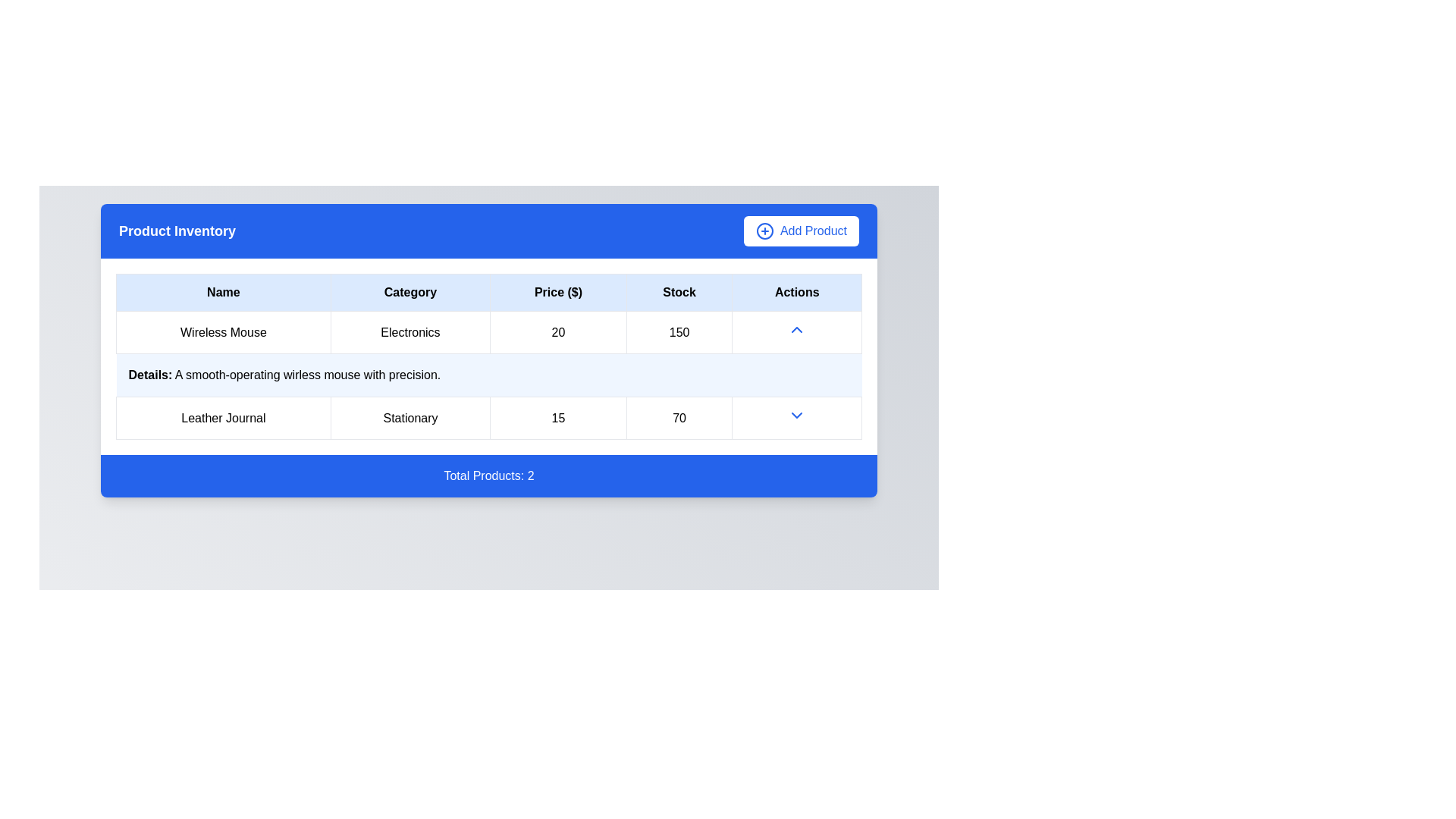 Image resolution: width=1456 pixels, height=819 pixels. I want to click on the informational label at the bottom of the product inventory card that displays 'Total Products: 2', so click(488, 475).